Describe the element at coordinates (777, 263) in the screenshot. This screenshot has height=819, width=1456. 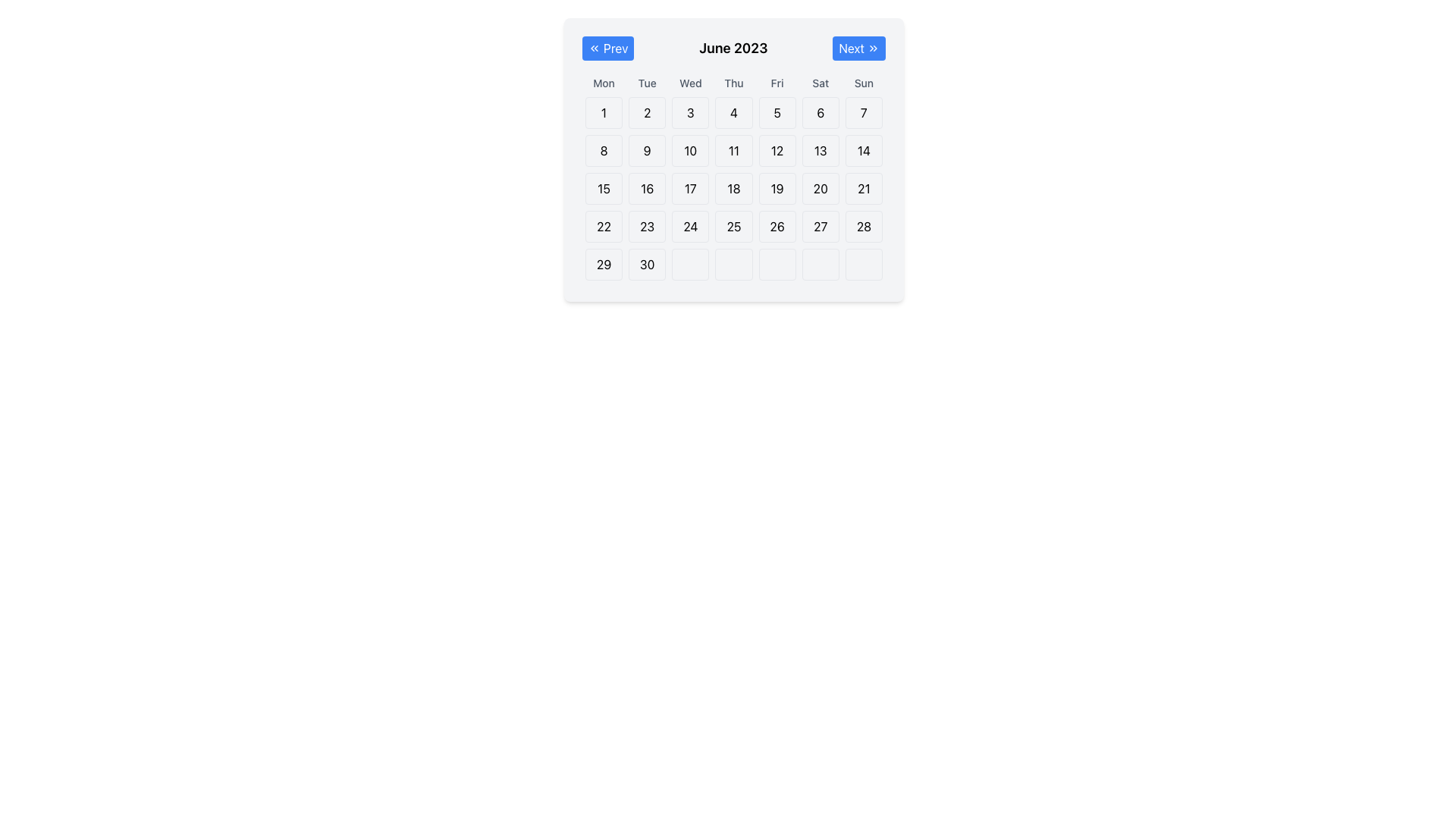
I see `the square-shaped interactive box with a light gray background and rounded corners located` at that location.